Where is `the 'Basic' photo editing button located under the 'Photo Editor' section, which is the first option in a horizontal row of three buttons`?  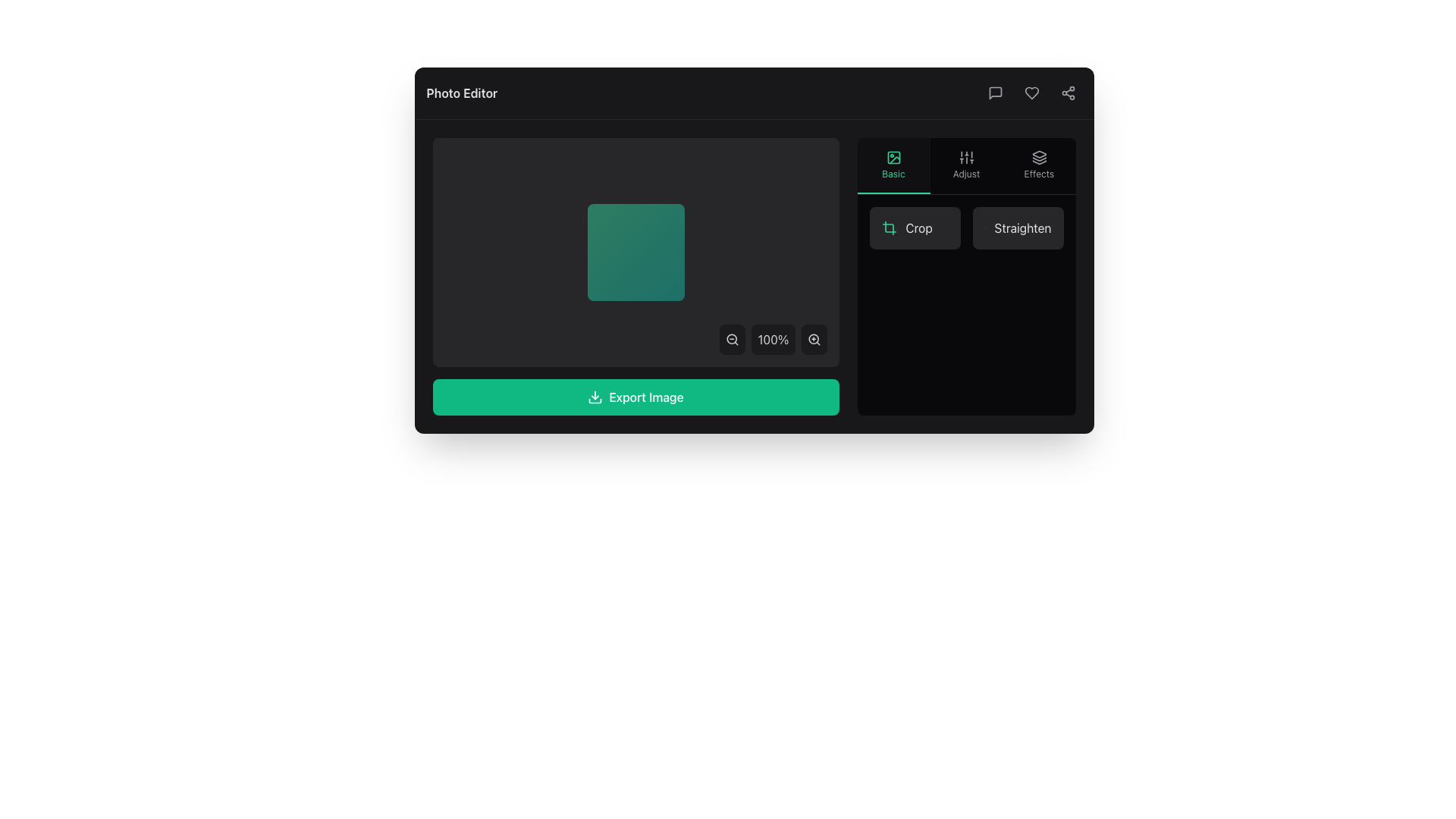
the 'Basic' photo editing button located under the 'Photo Editor' section, which is the first option in a horizontal row of three buttons is located at coordinates (893, 166).